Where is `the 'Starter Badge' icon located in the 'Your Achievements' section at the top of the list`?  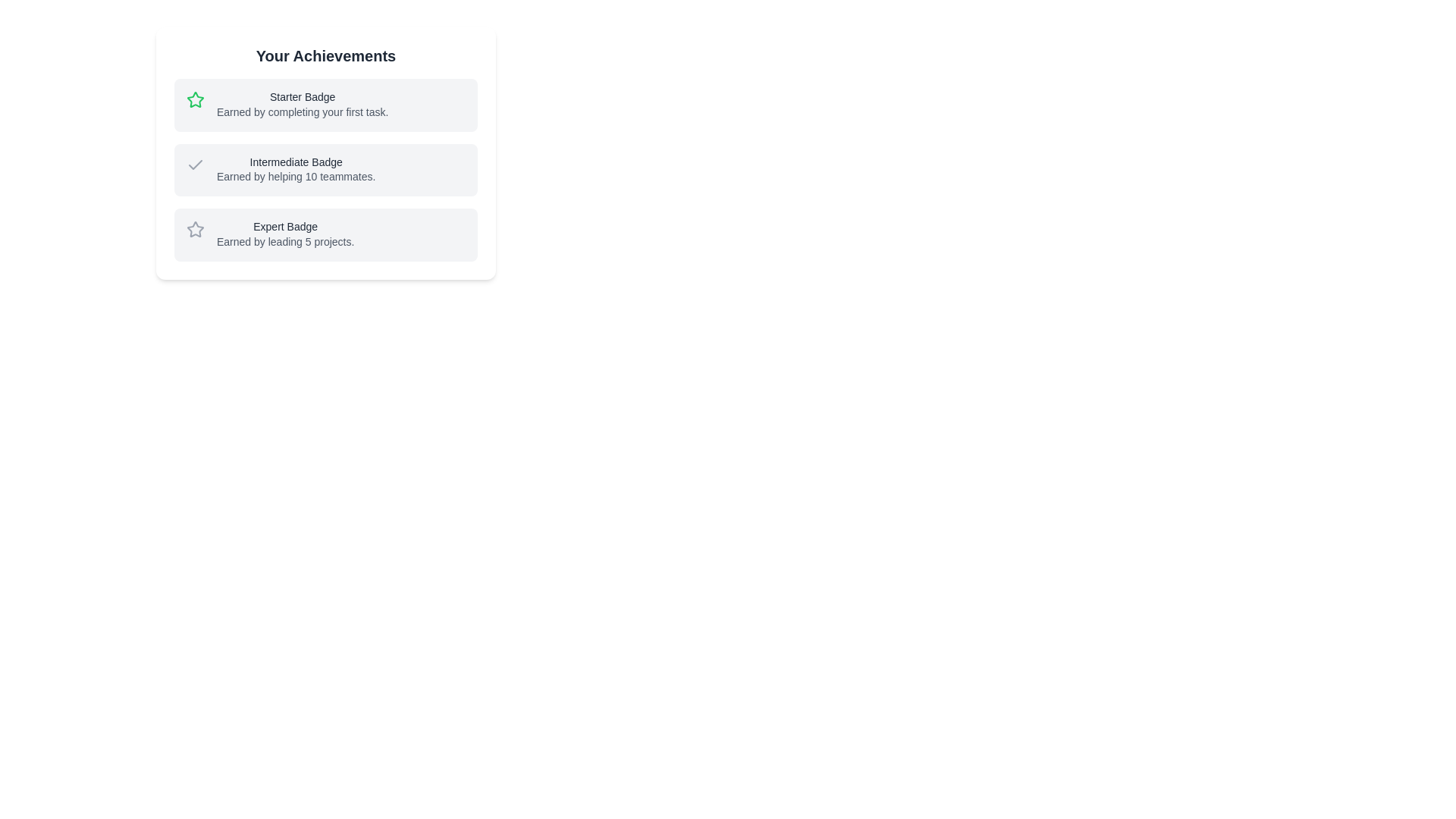
the 'Starter Badge' icon located in the 'Your Achievements' section at the top of the list is located at coordinates (194, 99).